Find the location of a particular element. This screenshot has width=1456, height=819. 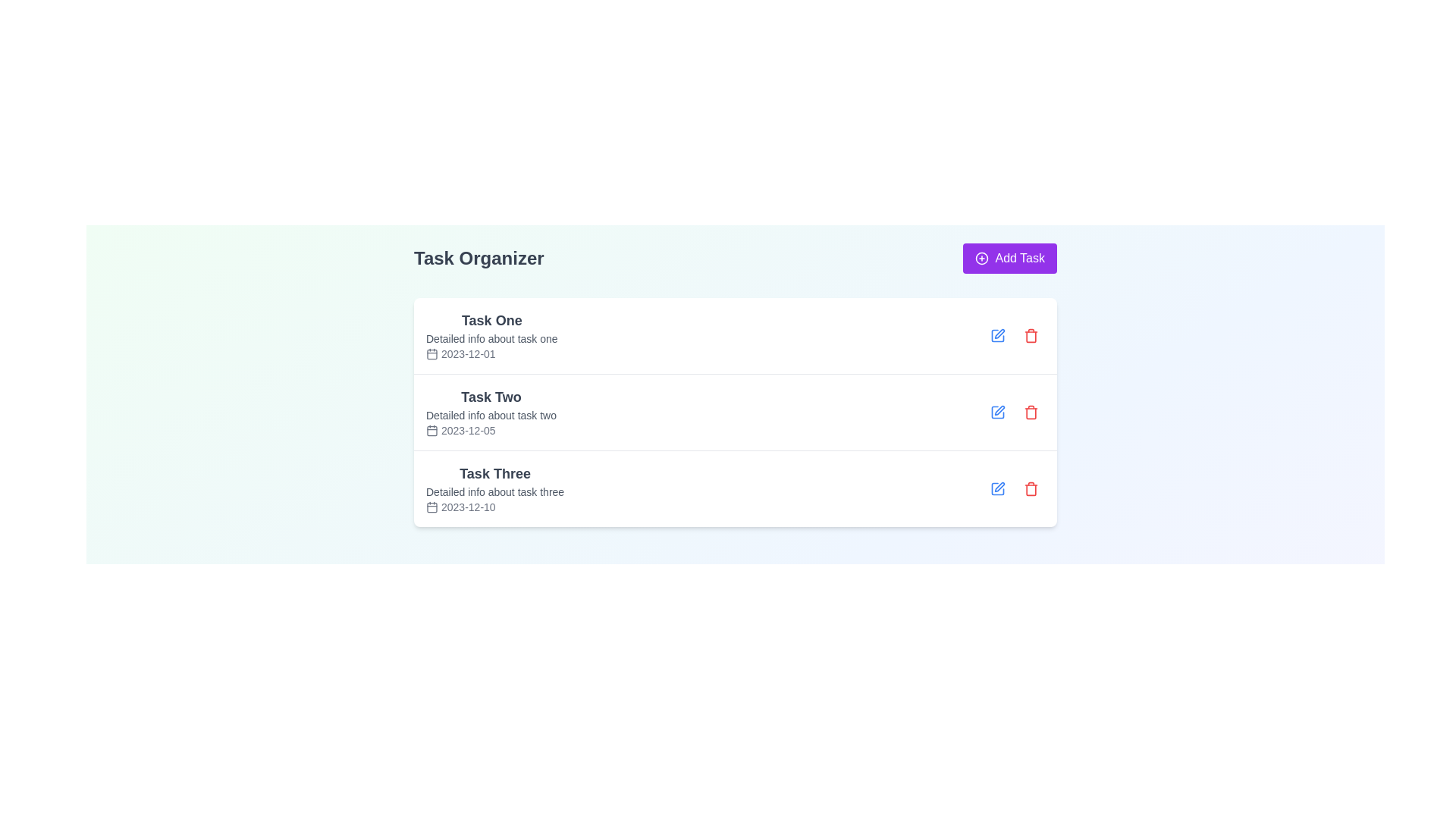

the first task item in the 'Task Organizer' list, which displays the task details including title, description, and due date is located at coordinates (735, 335).